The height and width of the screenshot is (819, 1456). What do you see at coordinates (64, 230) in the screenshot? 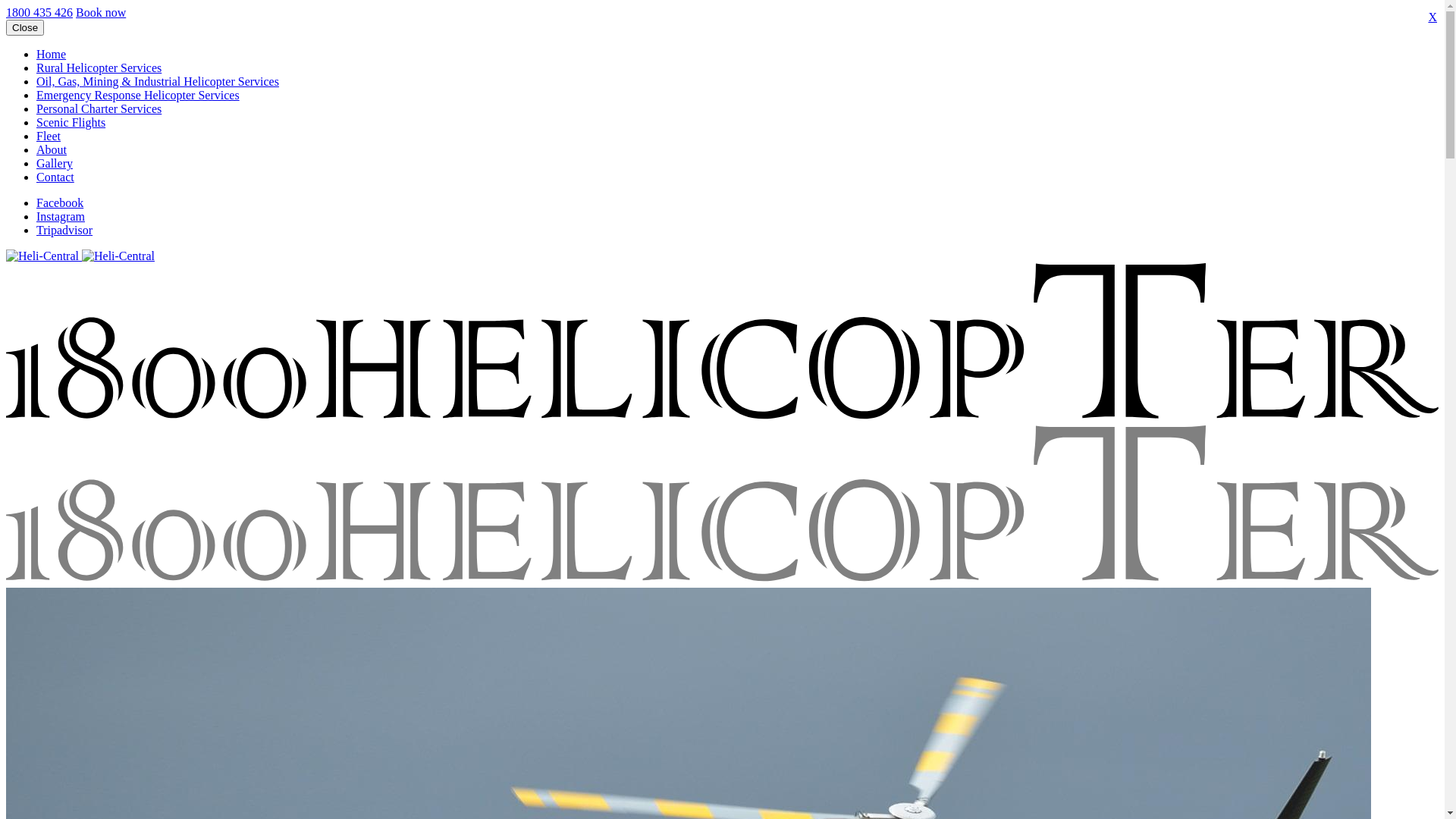
I see `'Tripadvisor'` at bounding box center [64, 230].